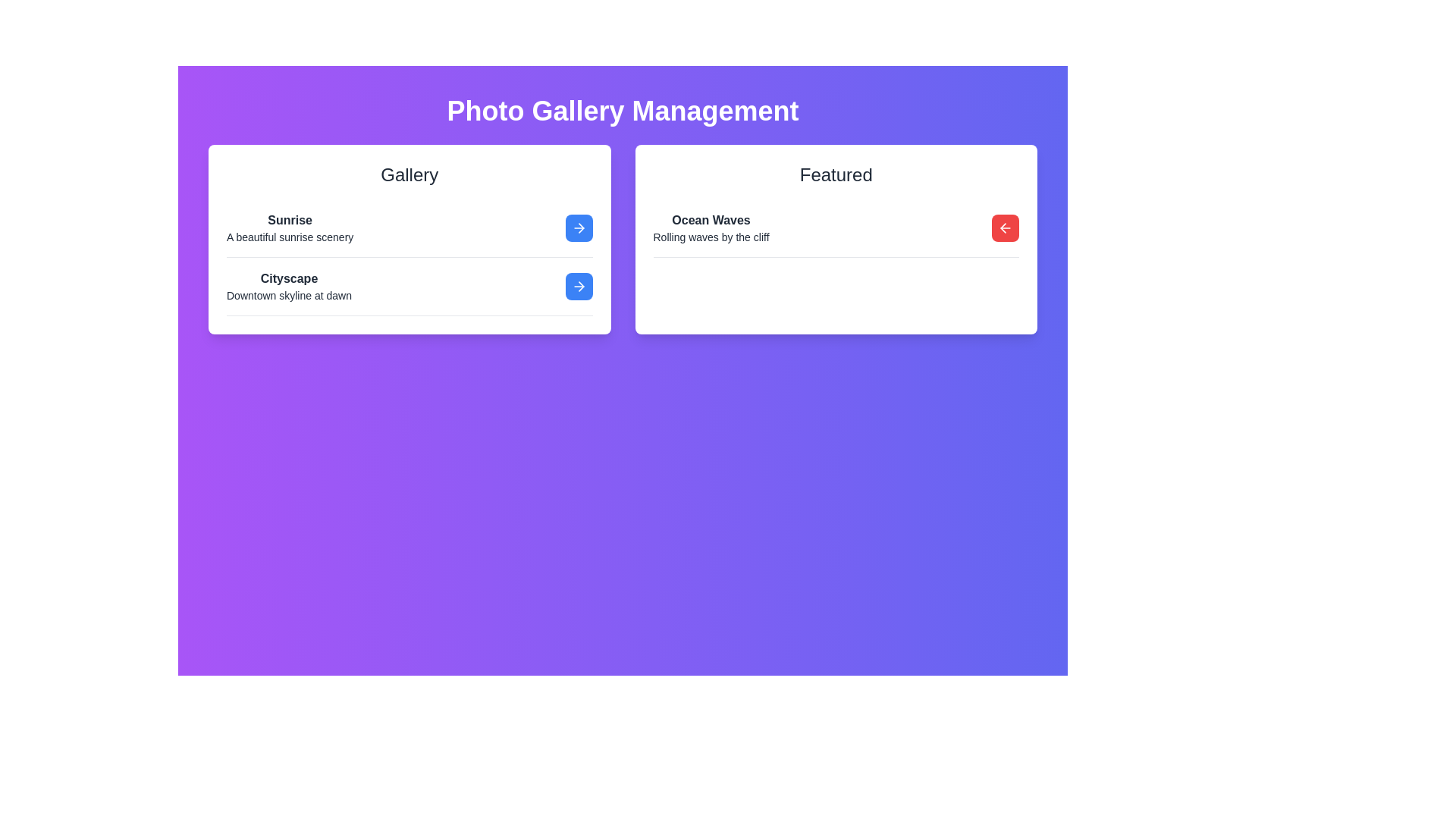 The image size is (1456, 819). I want to click on descriptive caption text label located directly below the title 'Cityscape' in the gallery section card, so click(289, 295).